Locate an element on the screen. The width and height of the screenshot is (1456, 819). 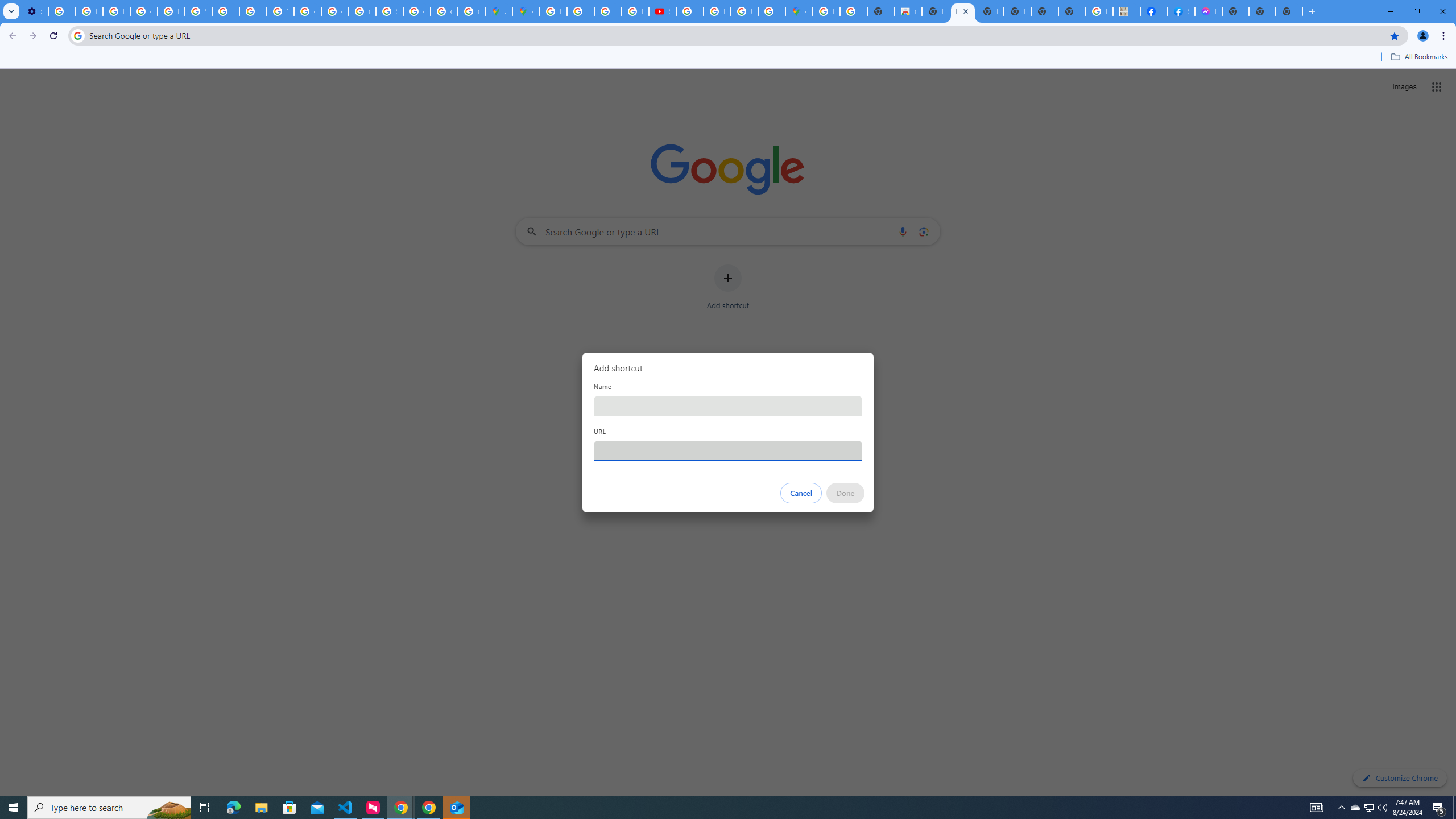
'Miley Cyrus | Facebook' is located at coordinates (1153, 11).